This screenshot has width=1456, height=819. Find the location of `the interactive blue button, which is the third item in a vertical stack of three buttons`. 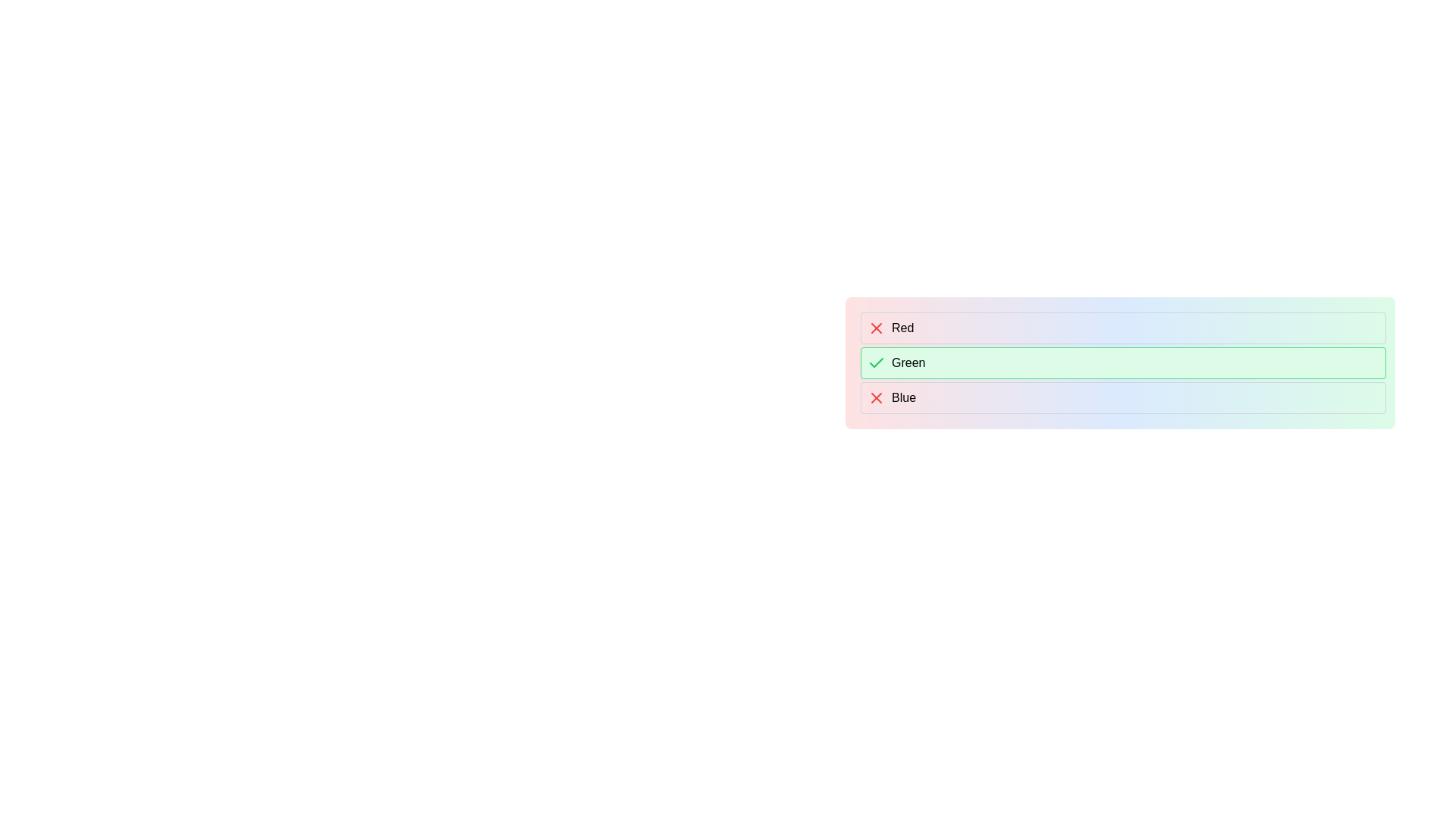

the interactive blue button, which is the third item in a vertical stack of three buttons is located at coordinates (1123, 397).